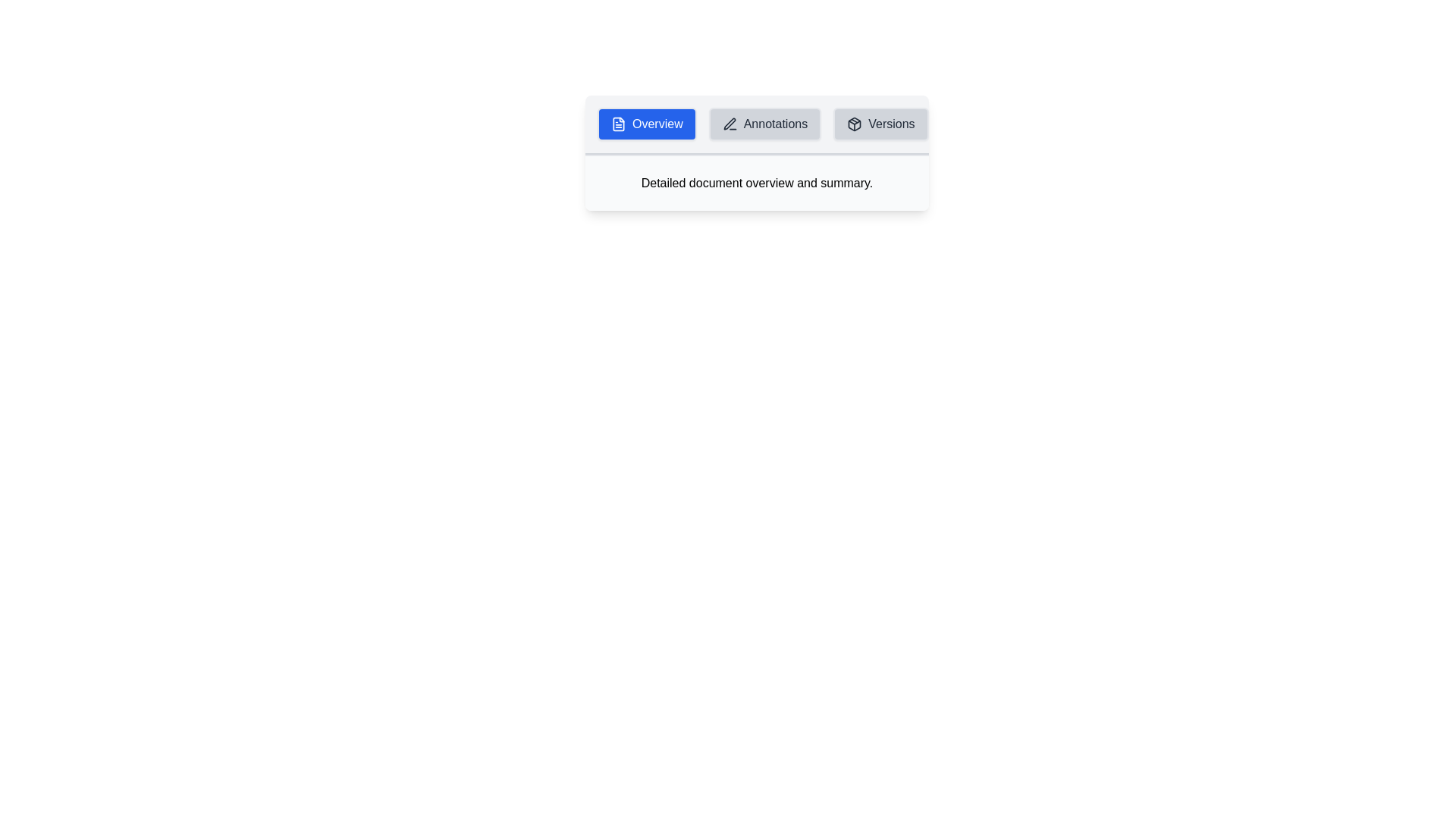 The width and height of the screenshot is (1456, 819). I want to click on the Overview tab to view its content, so click(647, 124).